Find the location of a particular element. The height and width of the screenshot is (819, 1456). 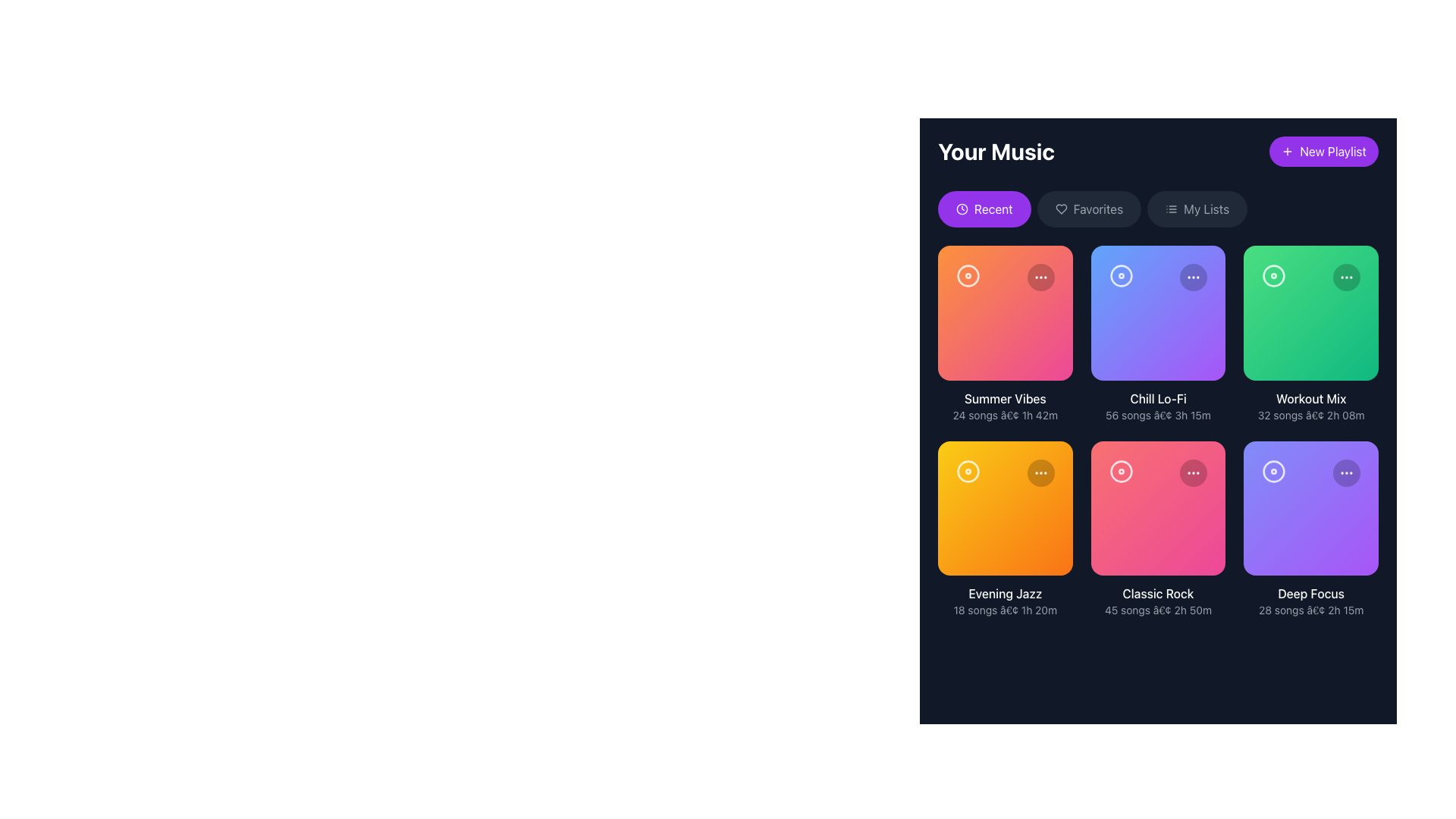

the button with an icon in the lower-right corner of the 'Deep Focus' card is located at coordinates (1347, 472).